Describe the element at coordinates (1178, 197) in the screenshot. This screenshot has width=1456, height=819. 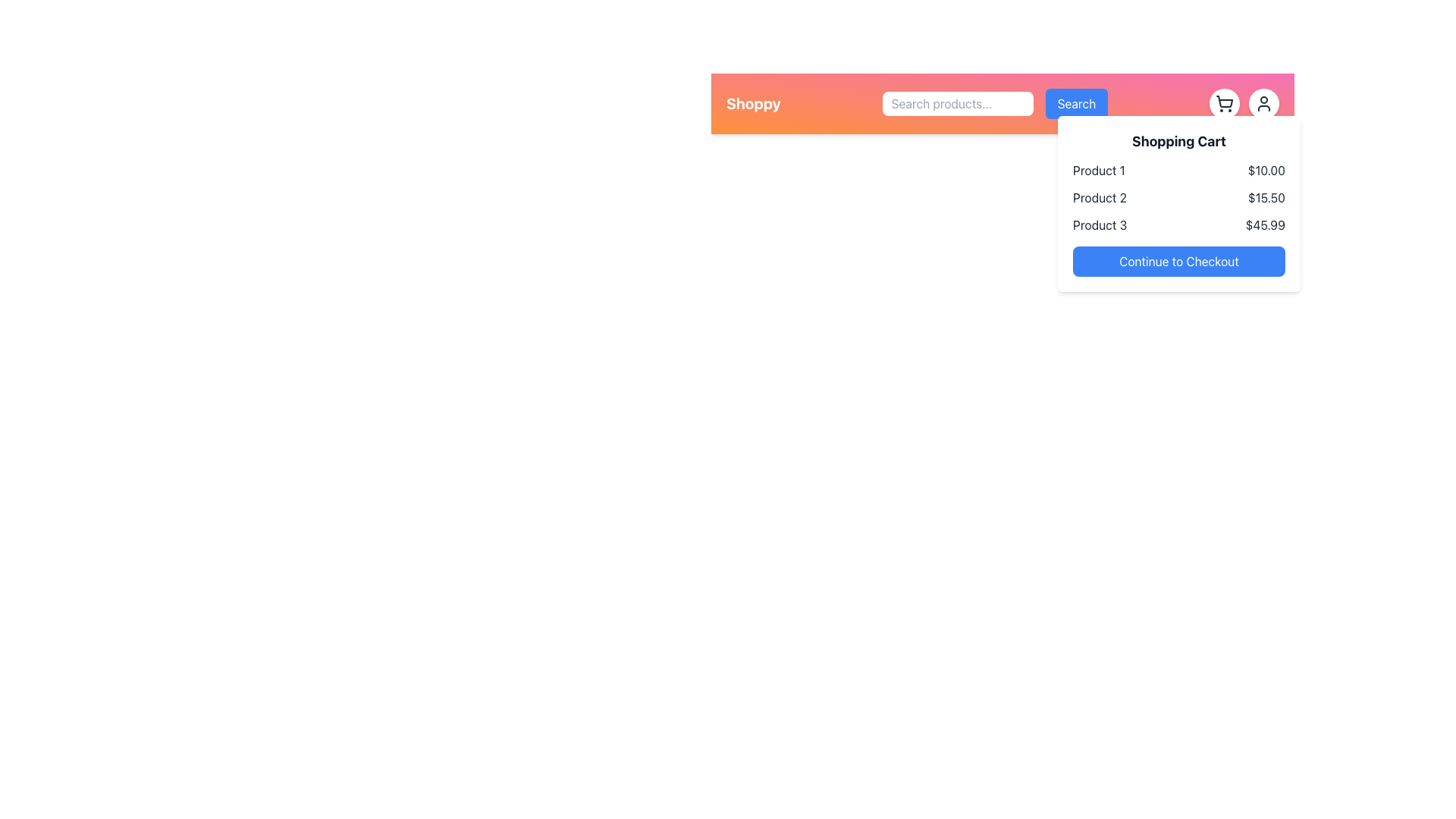
I see `product name and price displayed in the second row of the shopping cart, which is positioned between 'Product 1' and 'Product 3'` at that location.